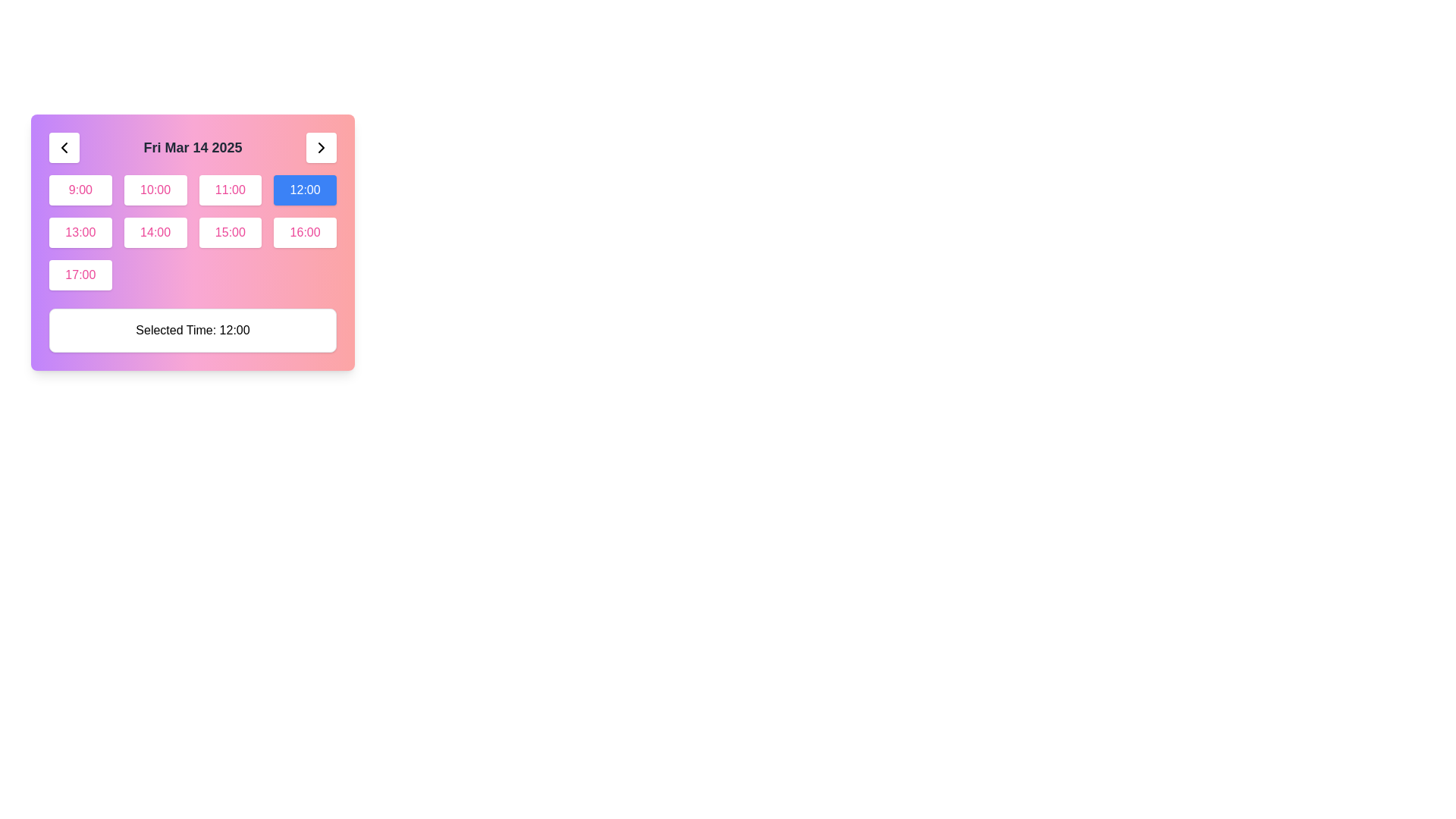 Image resolution: width=1456 pixels, height=819 pixels. What do you see at coordinates (80, 275) in the screenshot?
I see `the rectangular button with rounded corners, a white background, and pink text displaying '17:00'` at bounding box center [80, 275].